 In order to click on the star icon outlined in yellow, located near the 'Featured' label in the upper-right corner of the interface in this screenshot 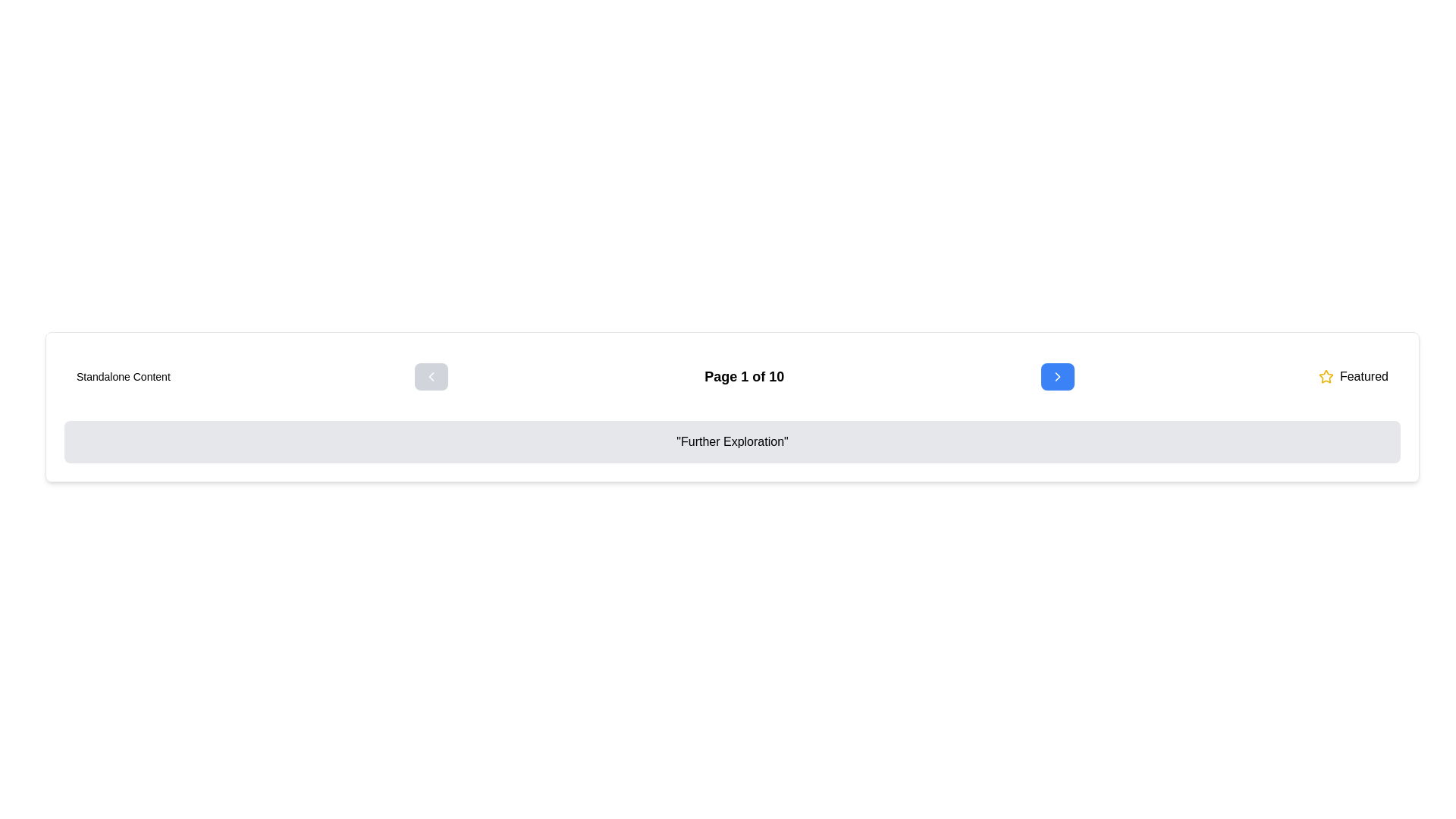, I will do `click(1325, 375)`.